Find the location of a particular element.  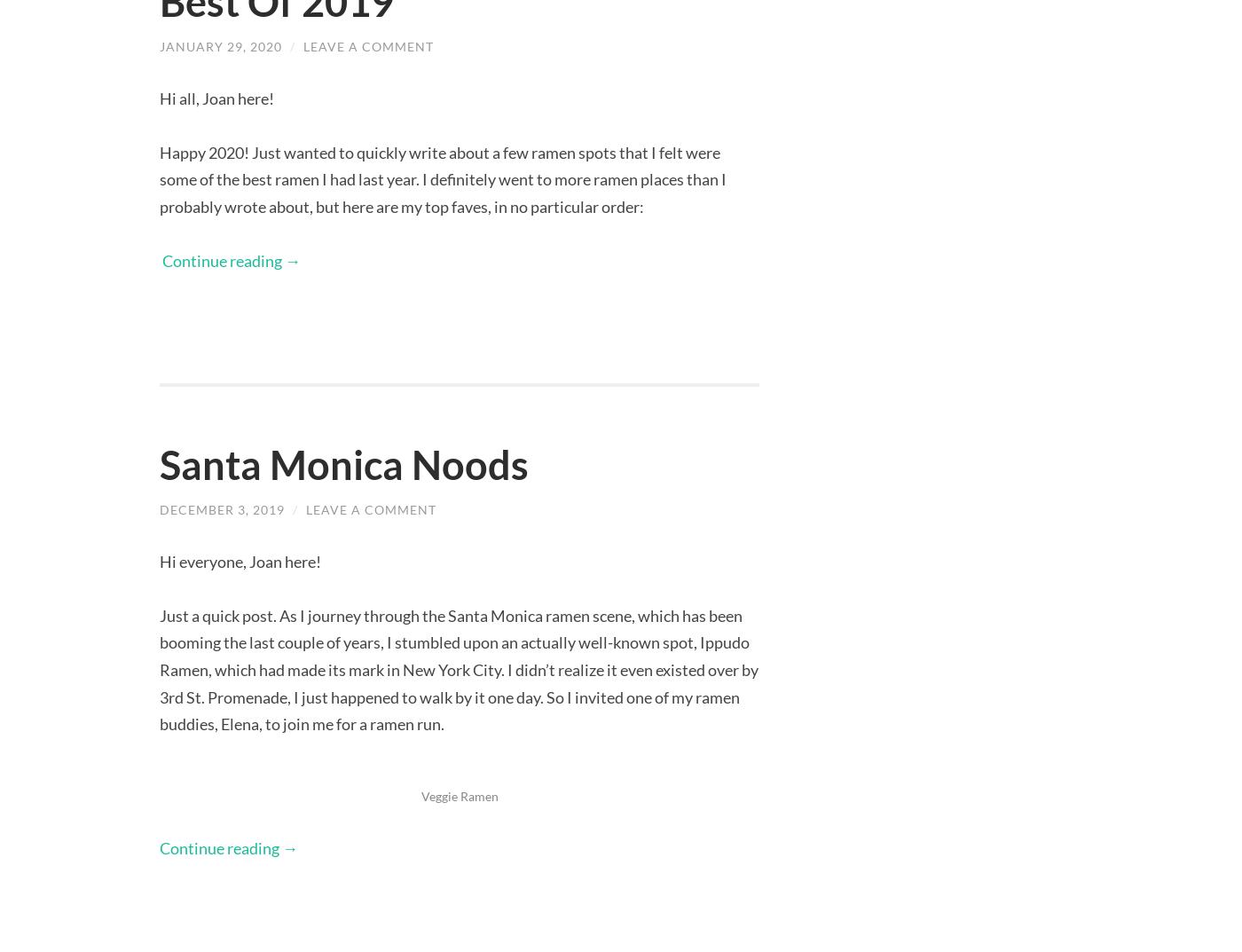

'Just a quick post. As I journey through the Santa Monica ramen scene, which has been booming the last couple of years, I stumbled upon an actually well-known spot, Ippudo Ramen, which had made its mark in New York City. I didn’t realize it even existed over by 3rd St. Promenade, I just happened to walk by it one day. So I invited one of my ramen buddies, Elena, to join me for a ramen run.' is located at coordinates (459, 668).